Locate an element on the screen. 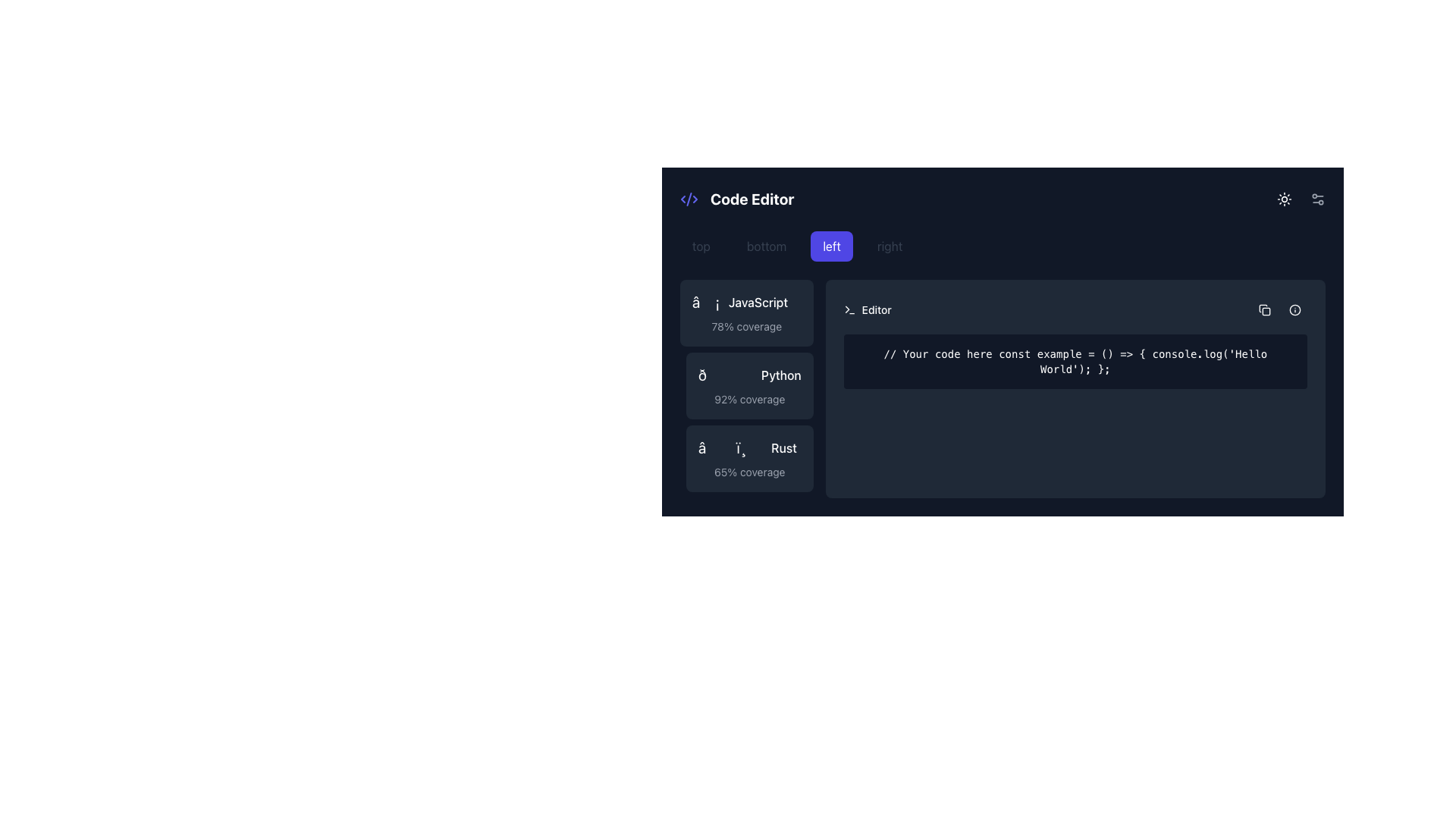 The height and width of the screenshot is (819, 1456). the small rectangular shape with rounded corners located within the SVG icon in the top-right of the code editor interface is located at coordinates (1266, 311).